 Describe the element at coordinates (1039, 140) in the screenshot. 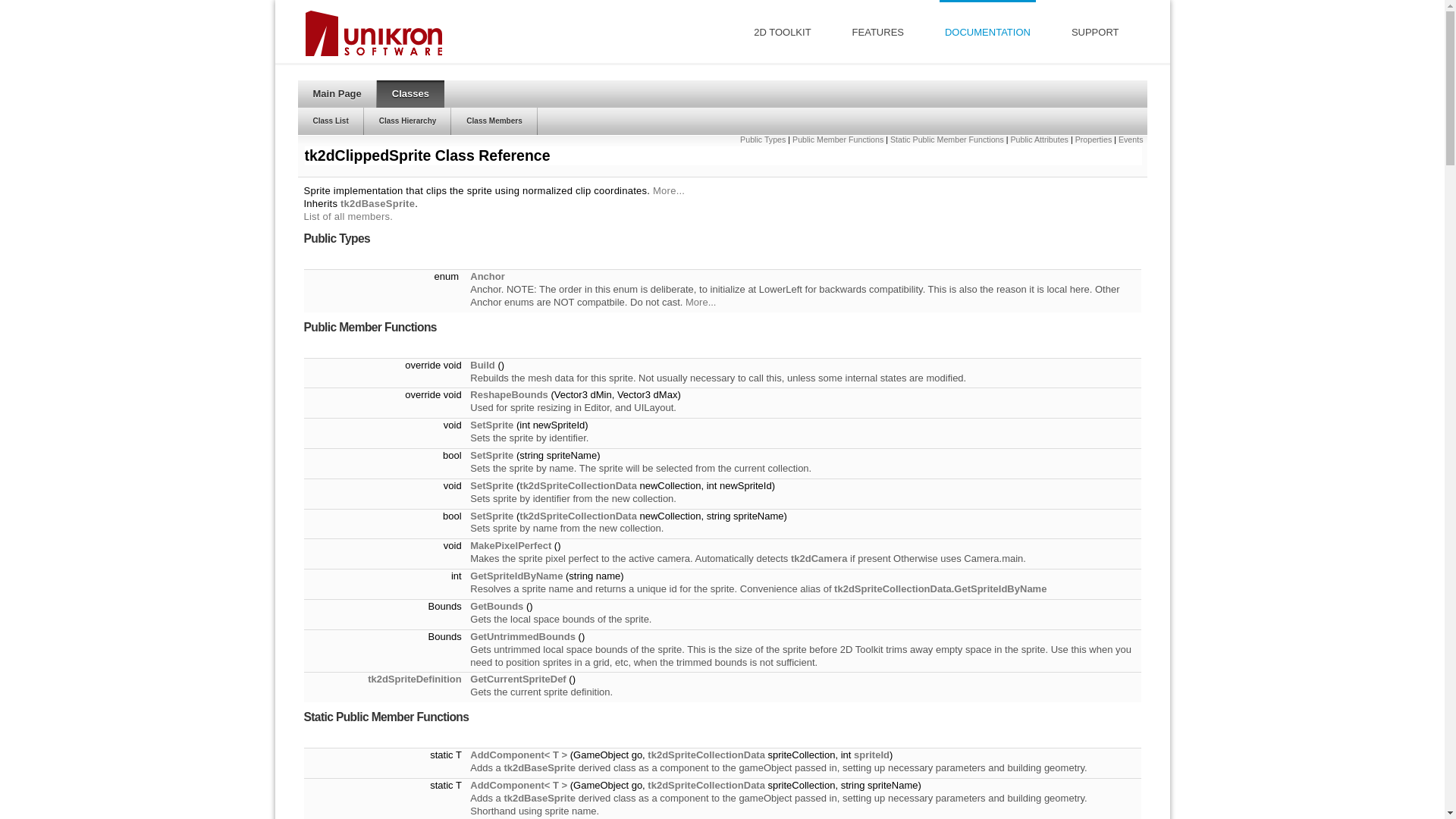

I see `'Public Attributes'` at that location.